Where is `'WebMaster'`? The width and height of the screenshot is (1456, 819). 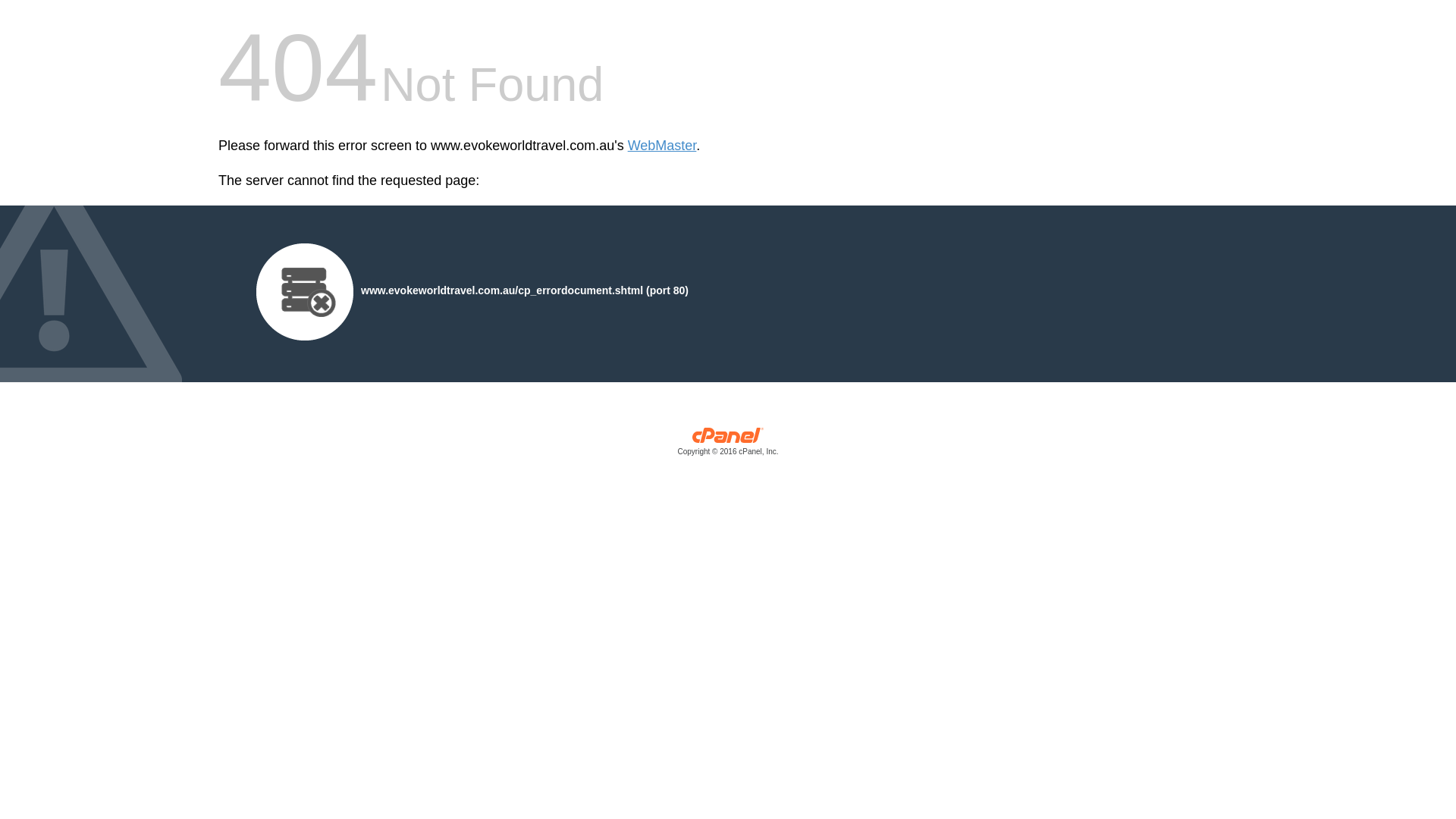
'WebMaster' is located at coordinates (662, 146).